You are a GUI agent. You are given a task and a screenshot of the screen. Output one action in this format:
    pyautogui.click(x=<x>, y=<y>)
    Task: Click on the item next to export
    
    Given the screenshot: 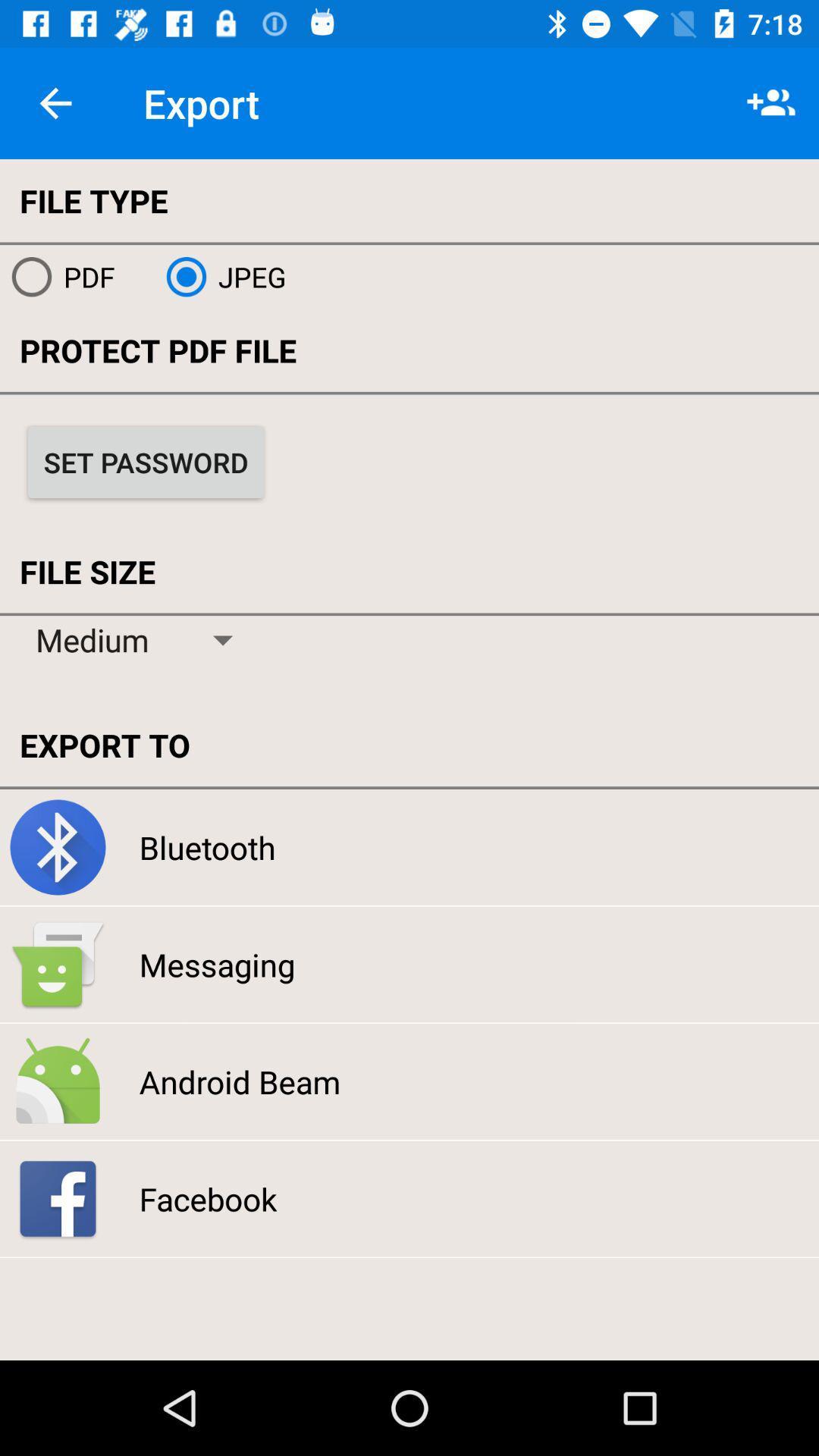 What is the action you would take?
    pyautogui.click(x=55, y=102)
    